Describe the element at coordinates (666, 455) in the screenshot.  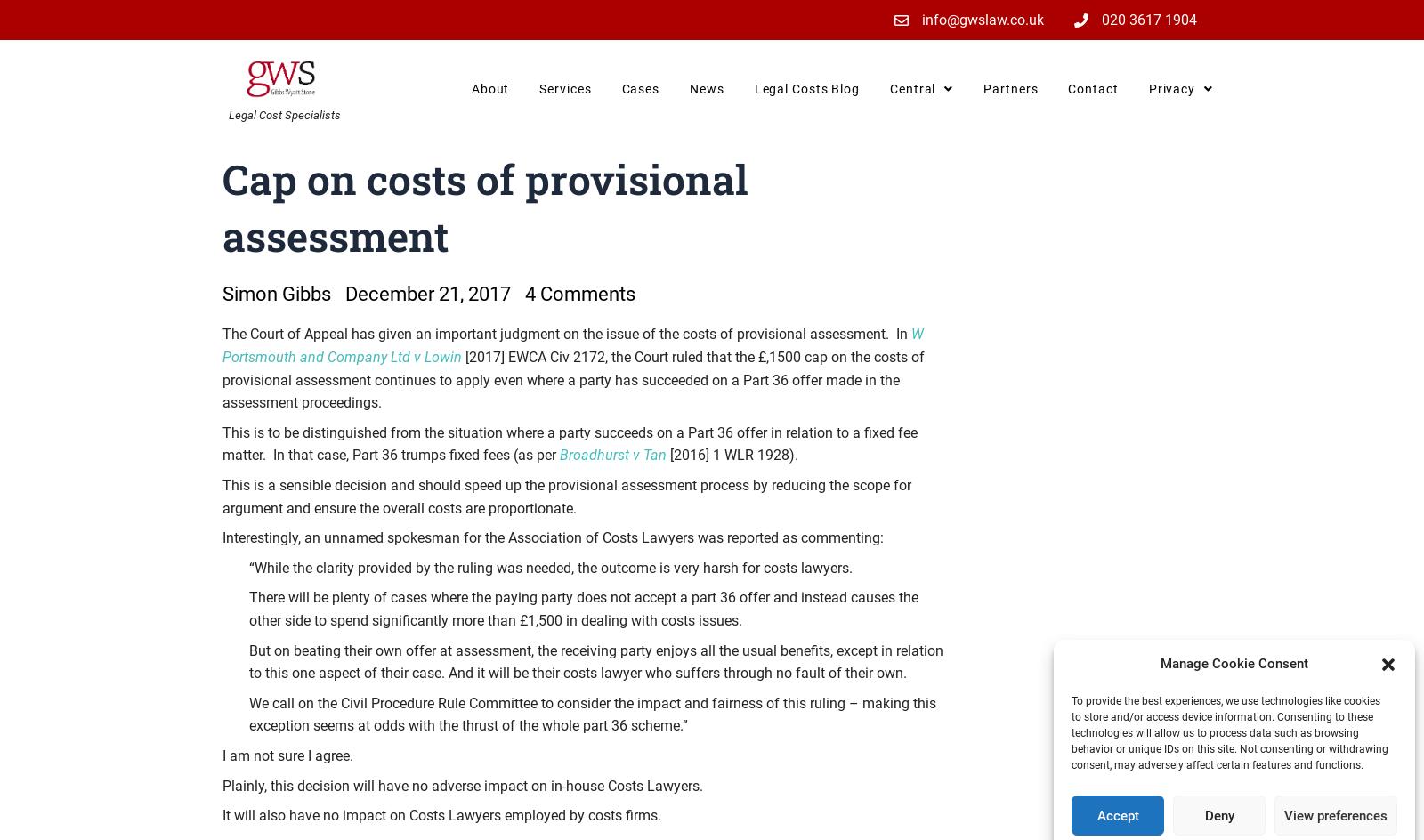
I see `'[2016] 1 WLR 1928).'` at that location.